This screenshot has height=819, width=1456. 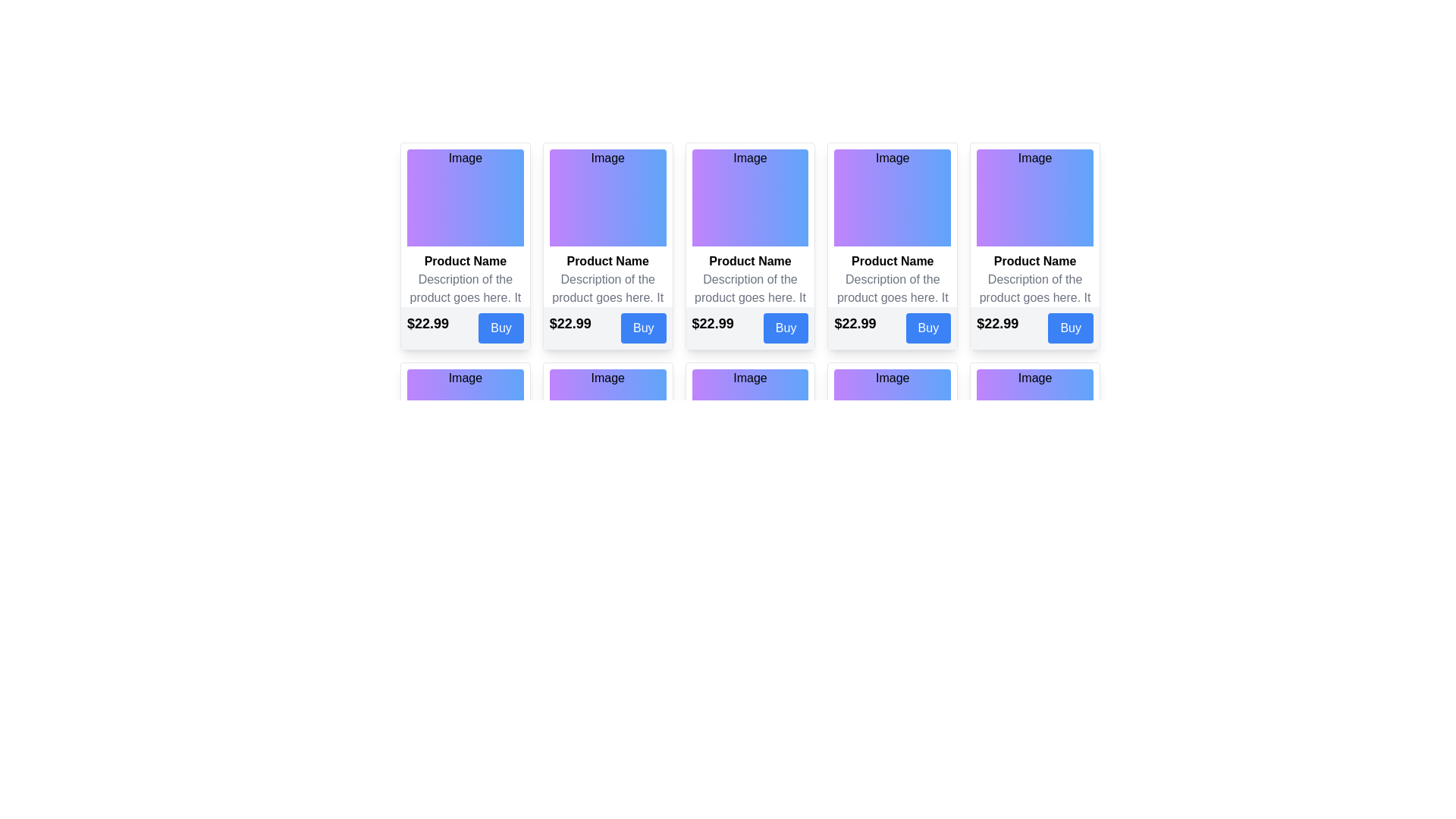 I want to click on the product information card, which displays the product image, name, description, price, and includes a purchase button. This is the fourth card in the first row of a grid layout, so click(x=893, y=245).